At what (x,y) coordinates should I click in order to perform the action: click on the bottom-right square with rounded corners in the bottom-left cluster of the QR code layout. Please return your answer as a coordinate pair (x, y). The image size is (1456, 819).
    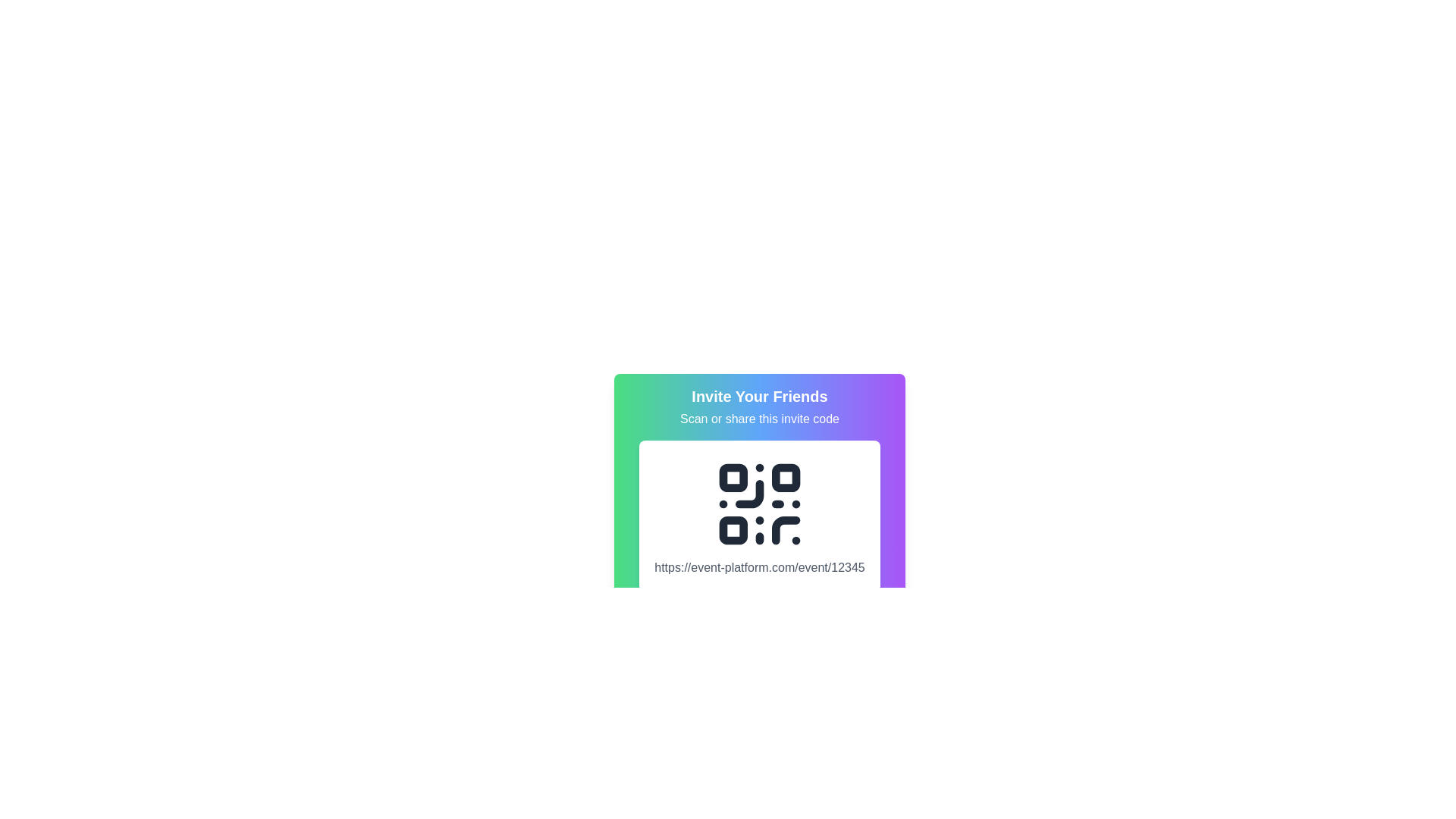
    Looking at the image, I should click on (733, 529).